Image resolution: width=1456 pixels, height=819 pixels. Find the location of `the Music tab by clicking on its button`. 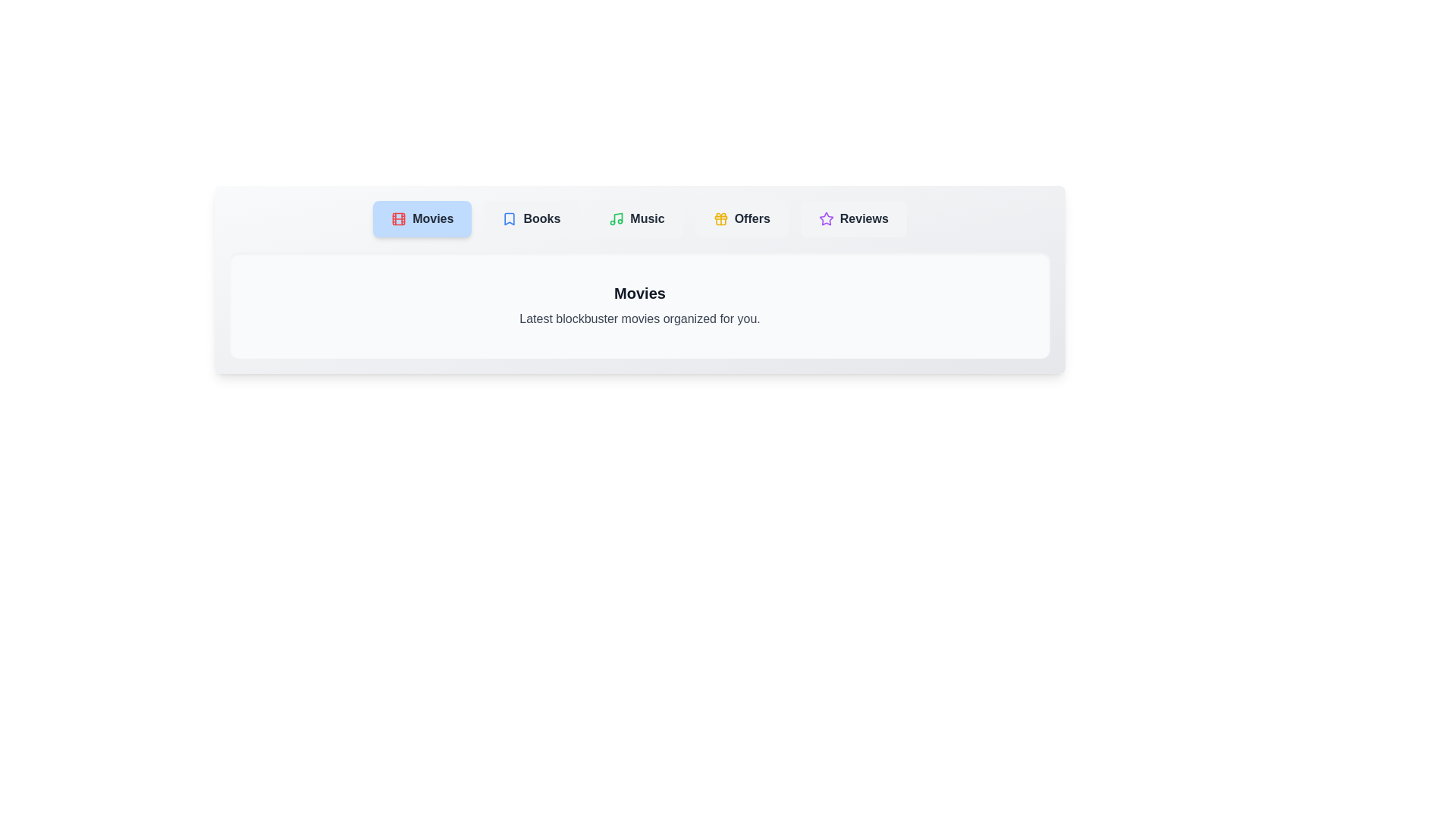

the Music tab by clicking on its button is located at coordinates (637, 219).